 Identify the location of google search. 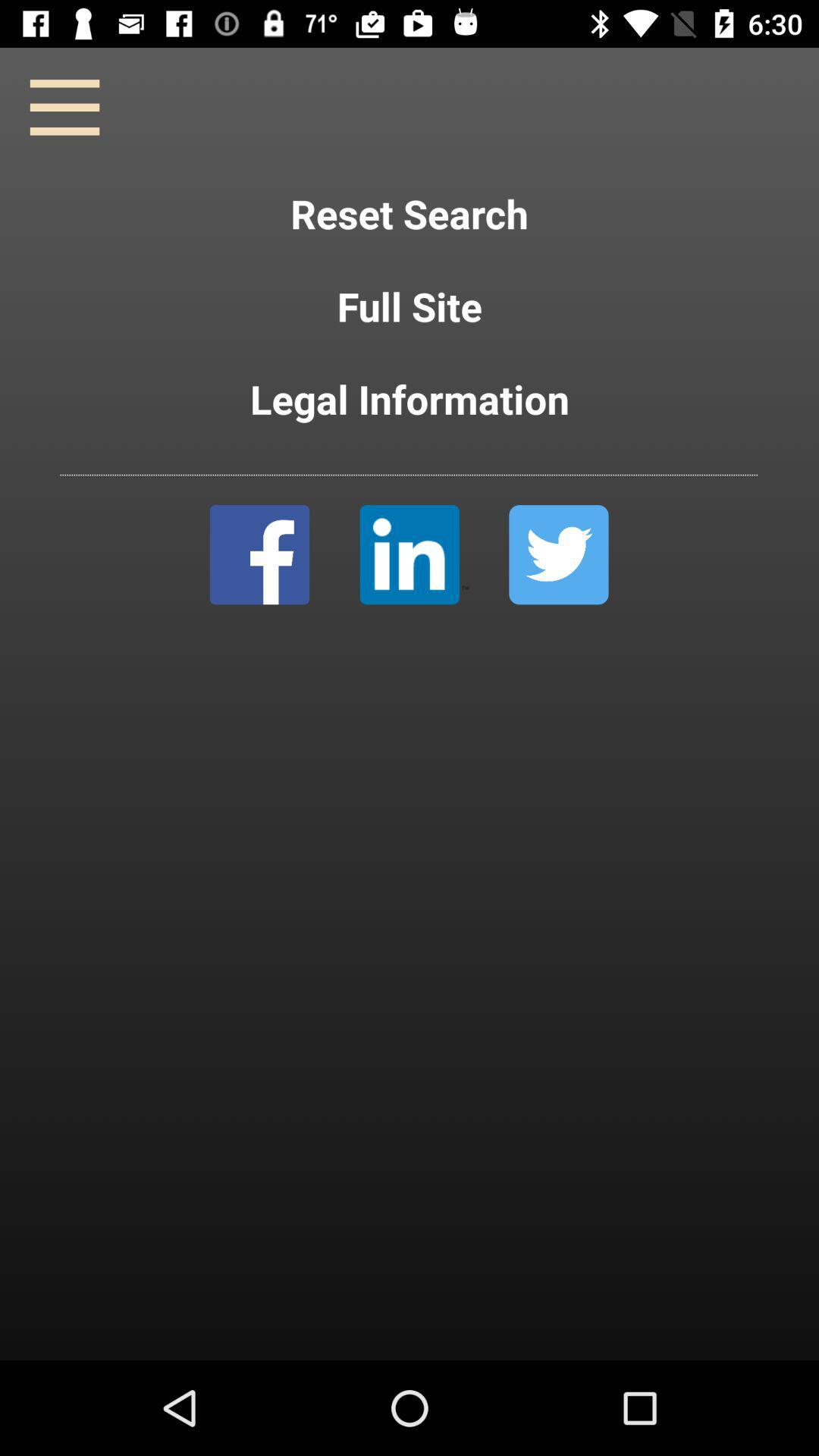
(414, 554).